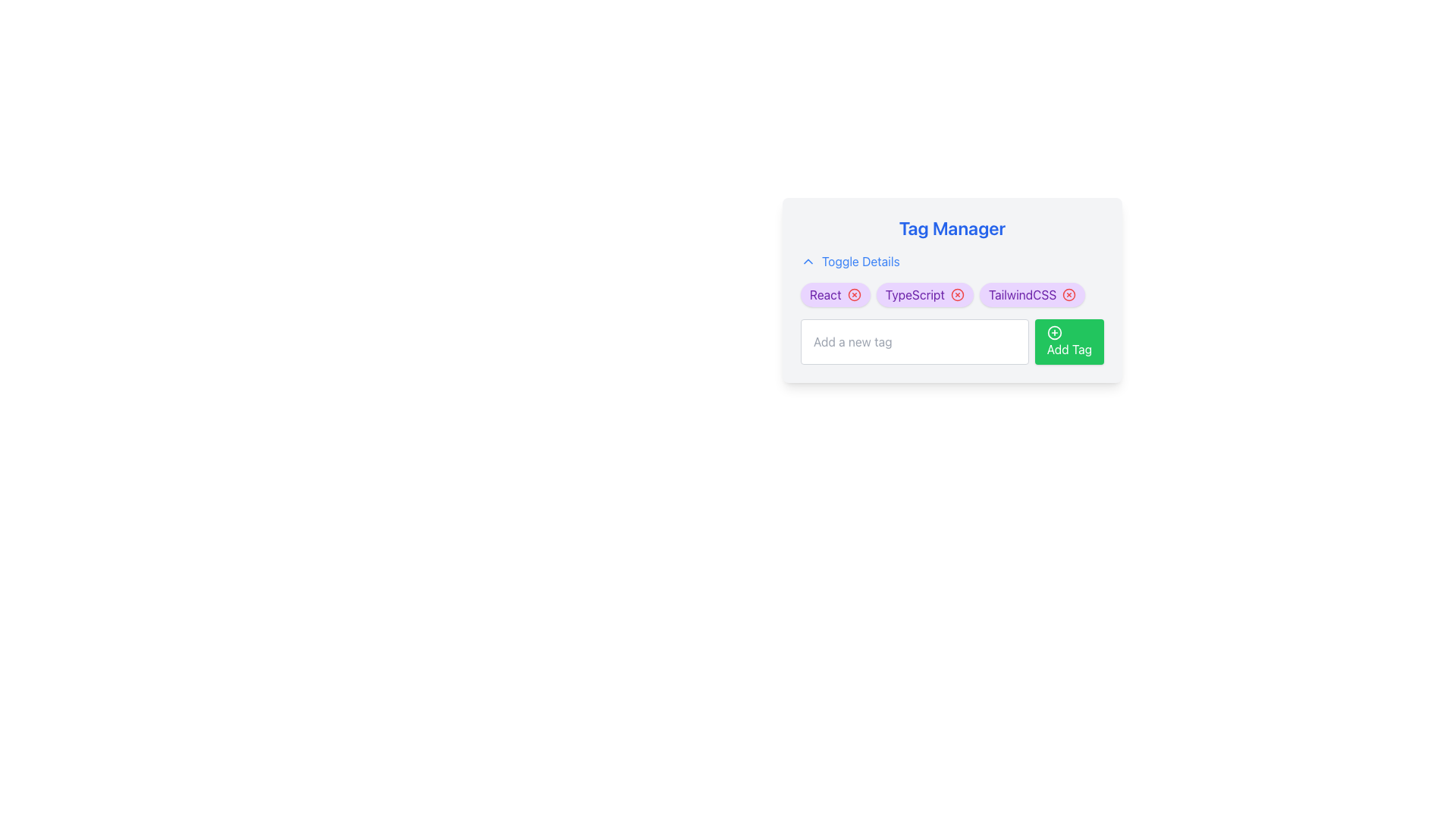 The height and width of the screenshot is (819, 1456). What do you see at coordinates (1022, 295) in the screenshot?
I see `text of the Text Label that identifies the third tag in the Tag Manager interface, located horizontally between the 'React' and 'TypeScript' tags` at bounding box center [1022, 295].